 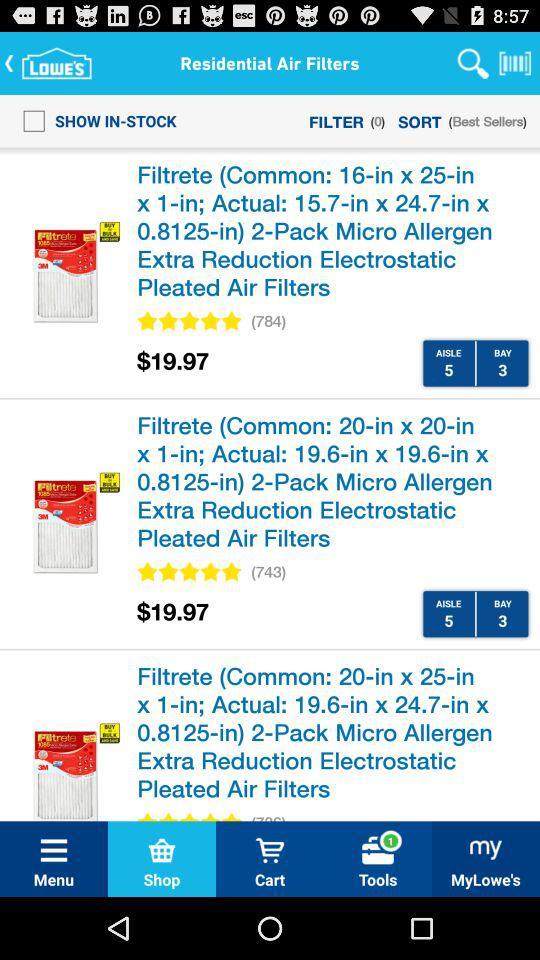 What do you see at coordinates (268, 572) in the screenshot?
I see `icon above the filtrete common 20 icon` at bounding box center [268, 572].